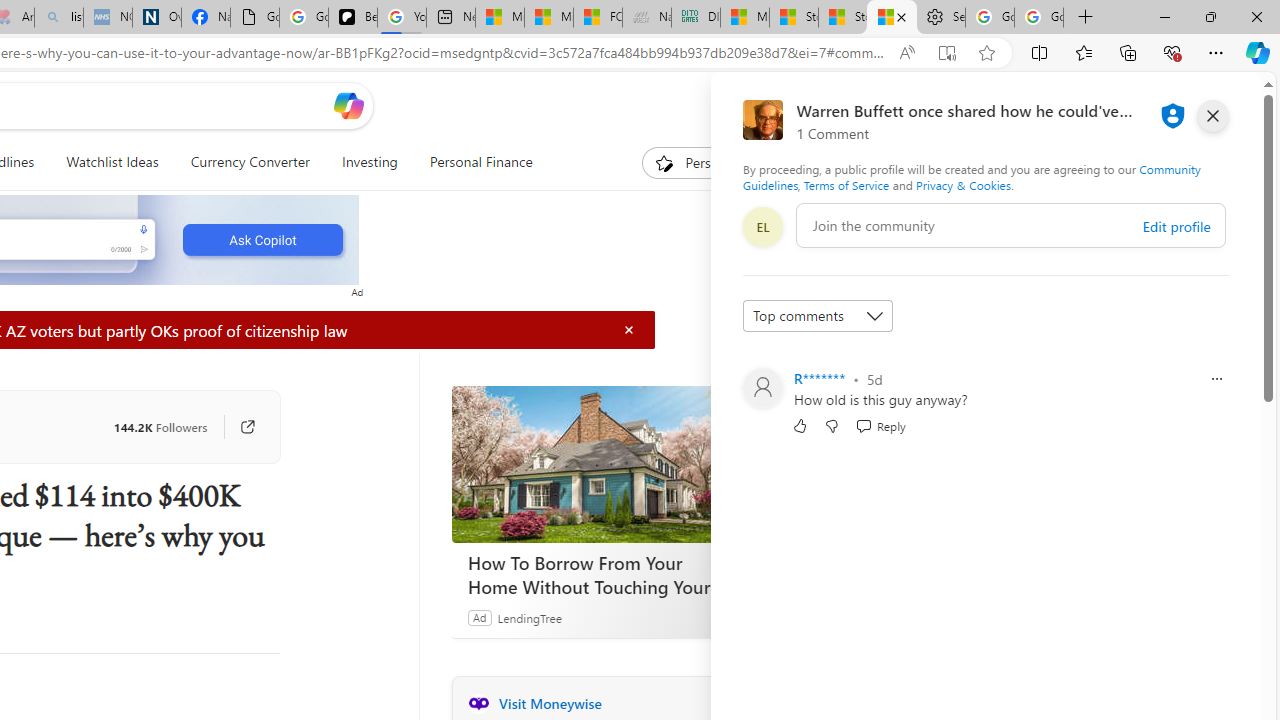  I want to click on 'Watchlist Ideas', so click(111, 162).